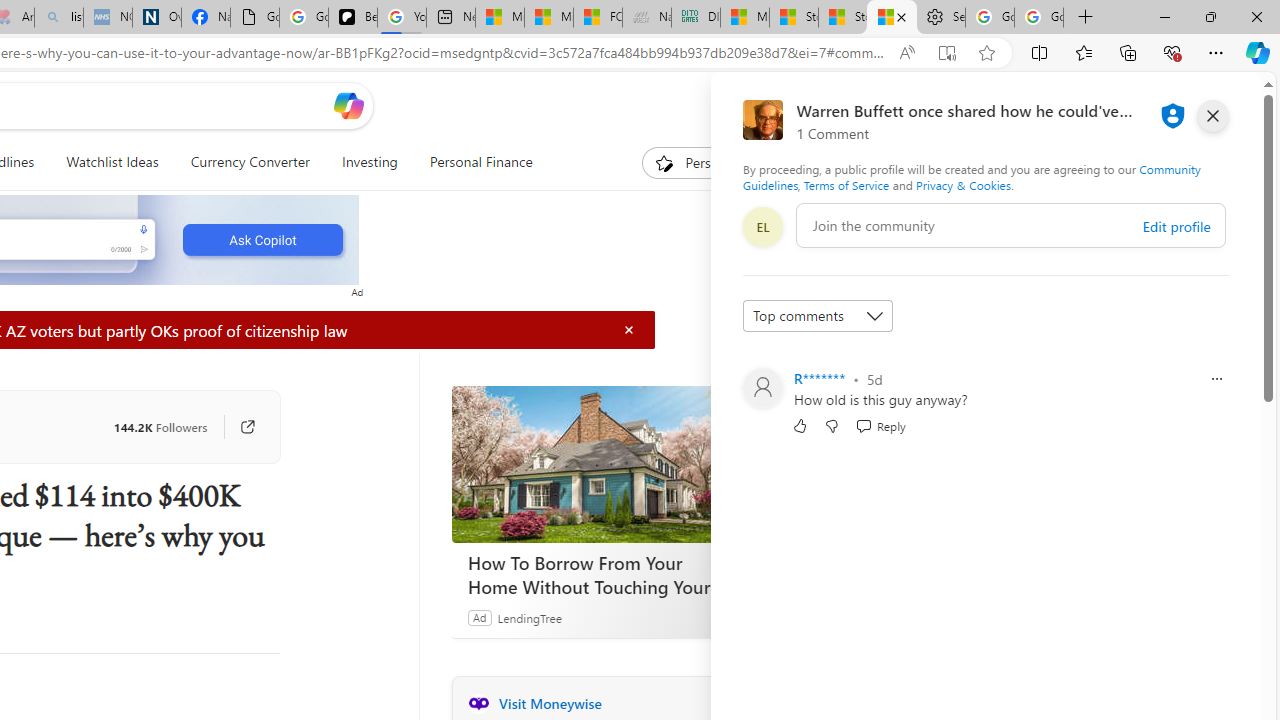  I want to click on 'Watchlist Ideas', so click(111, 162).